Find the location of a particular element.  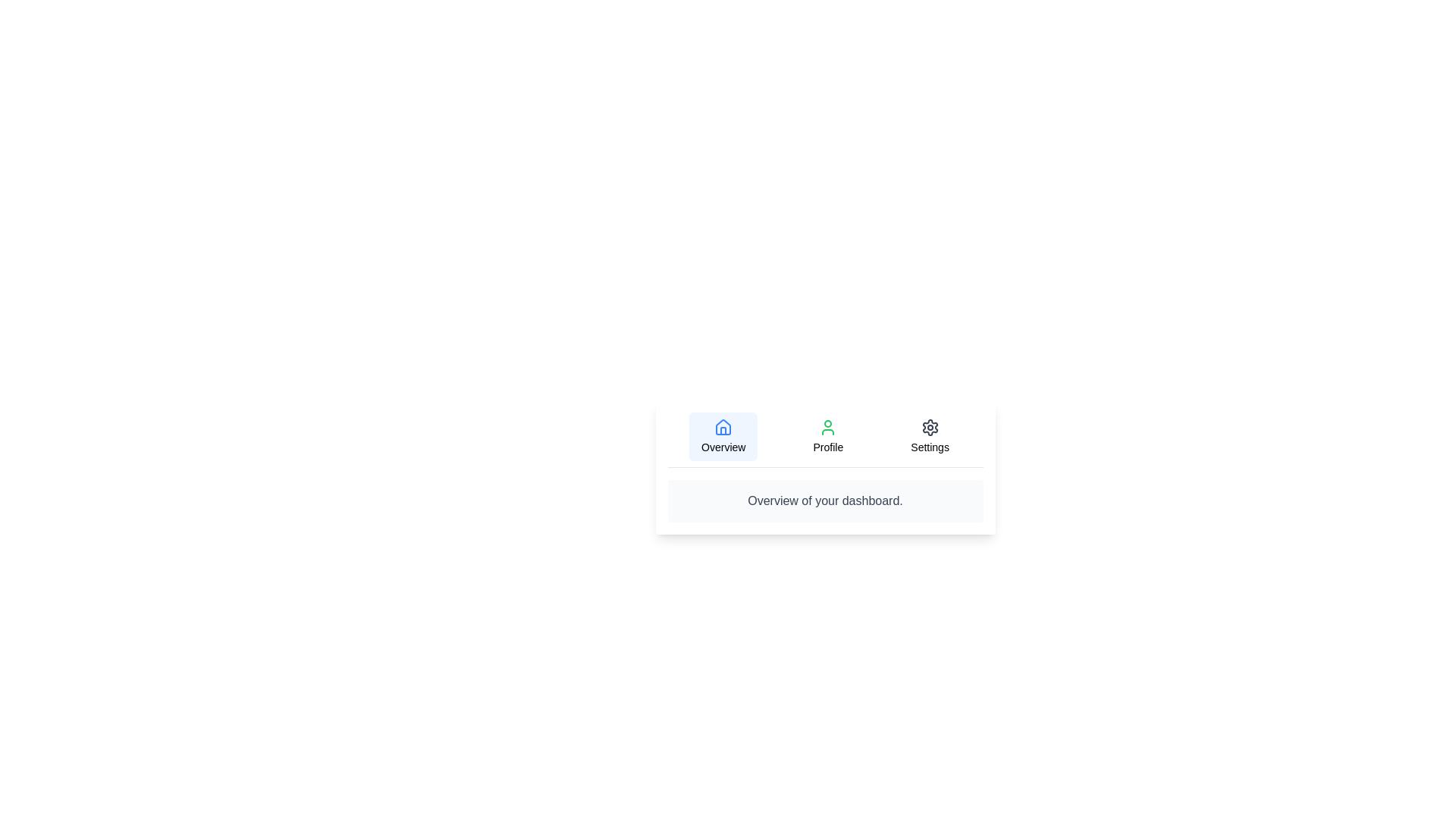

the Settings tab to preview its interactive state is located at coordinates (929, 436).